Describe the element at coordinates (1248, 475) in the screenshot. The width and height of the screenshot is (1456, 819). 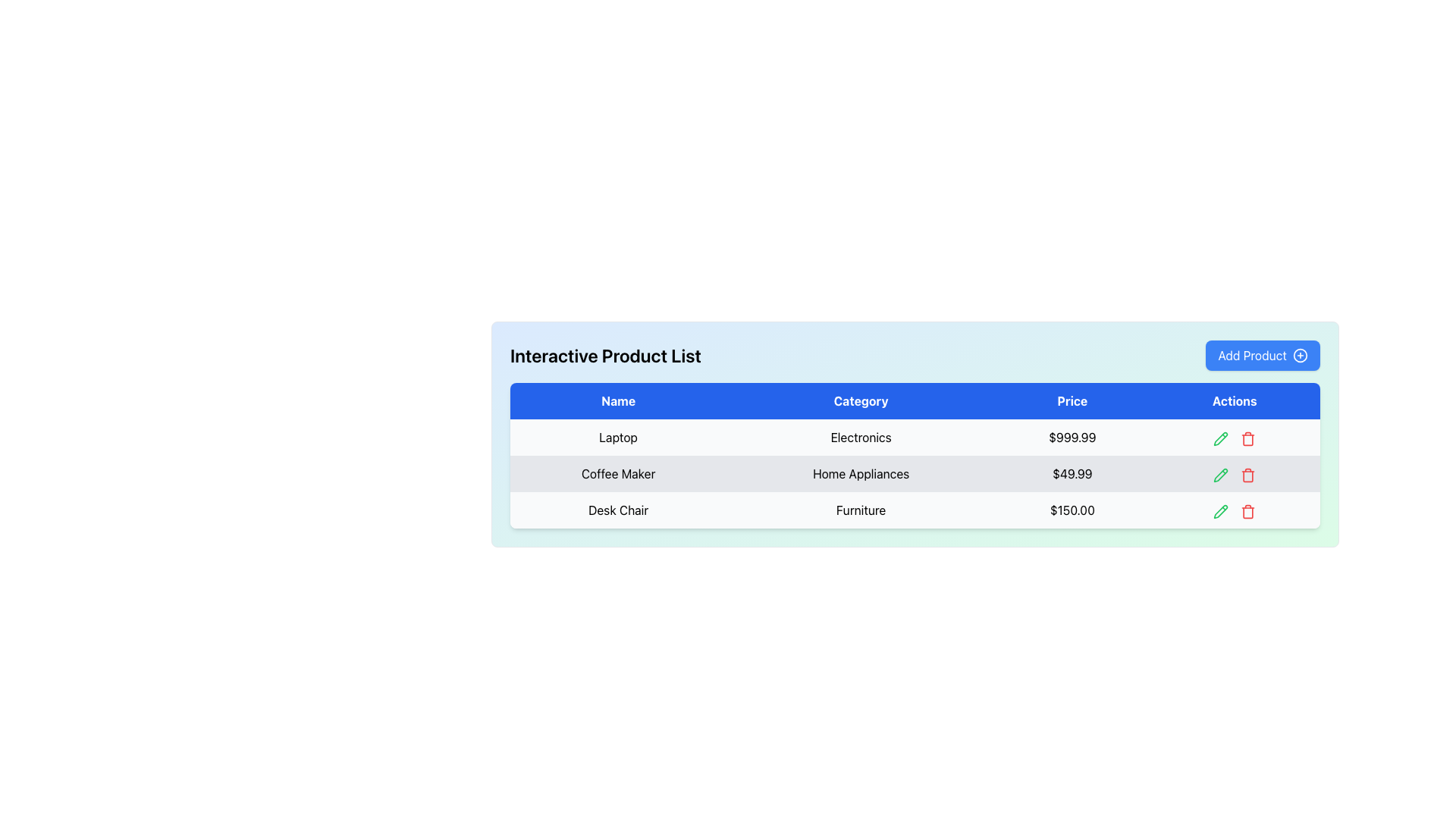
I see `the trash can icon` at that location.